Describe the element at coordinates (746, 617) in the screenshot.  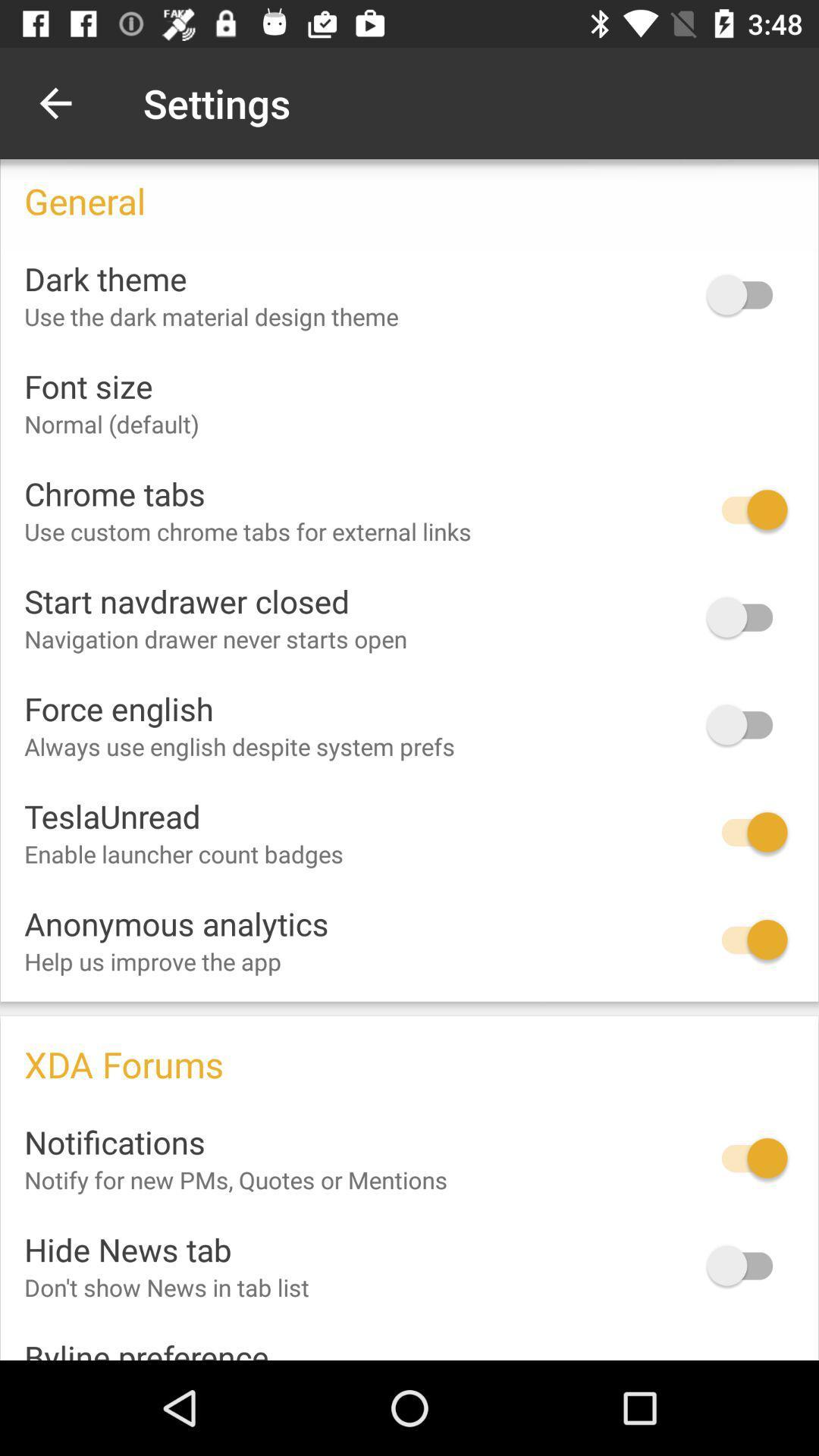
I see `turn on navigation drawer` at that location.